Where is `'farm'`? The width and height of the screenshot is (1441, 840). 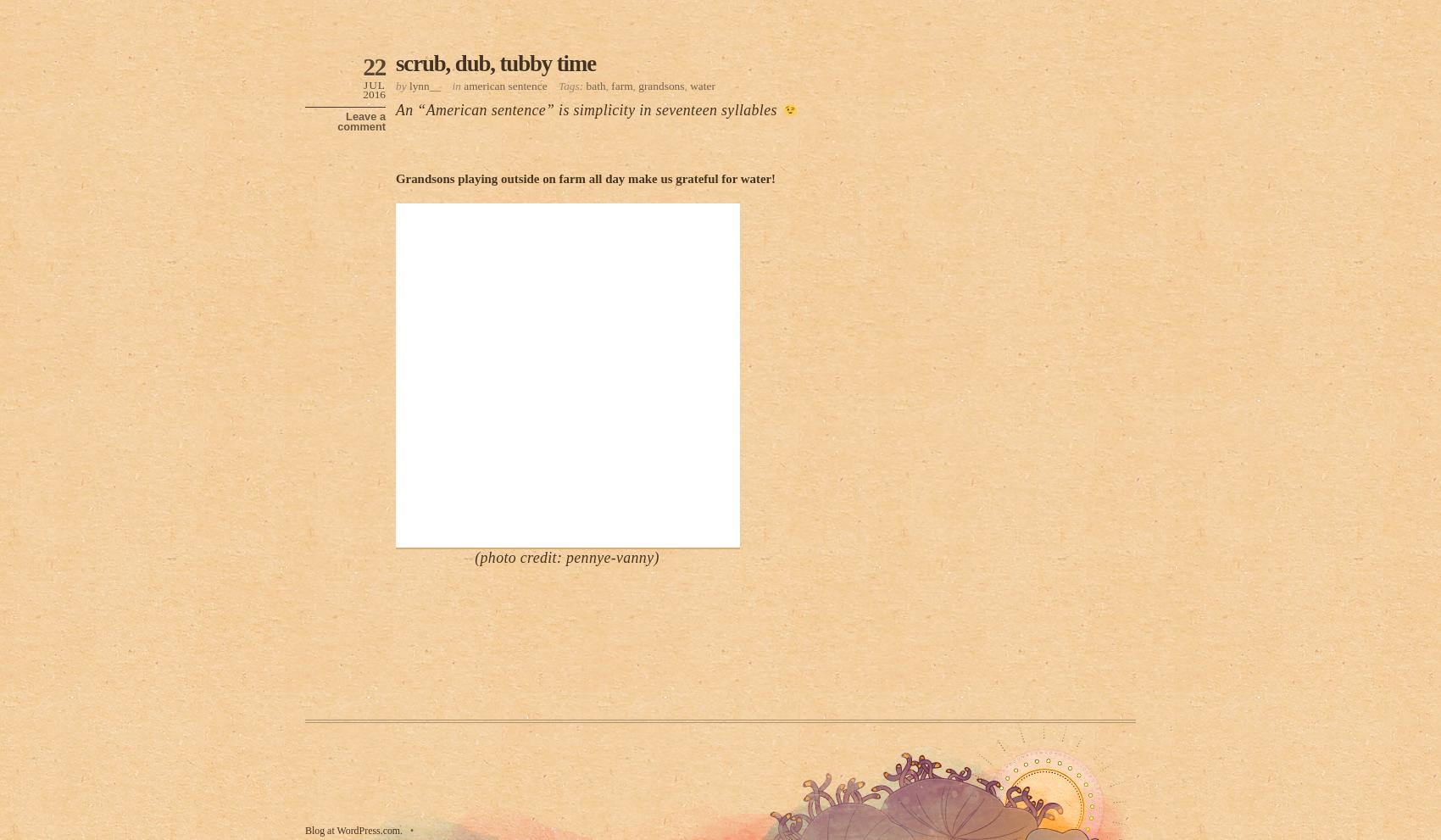
'farm' is located at coordinates (610, 84).